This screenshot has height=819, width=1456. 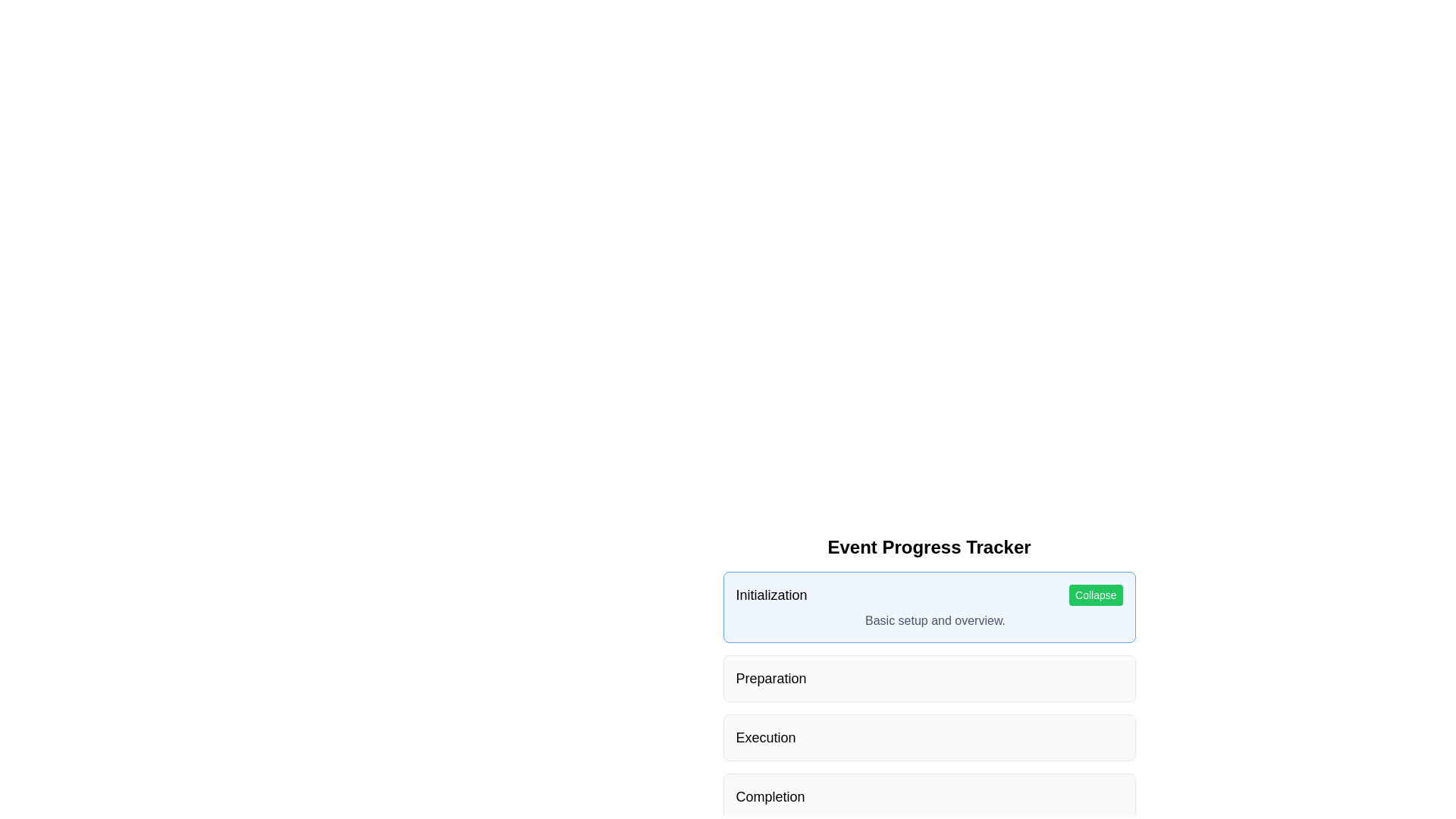 I want to click on the text label displaying 'Execution', which is the third item in the task list between 'Preparation' and 'Completion', so click(x=766, y=736).